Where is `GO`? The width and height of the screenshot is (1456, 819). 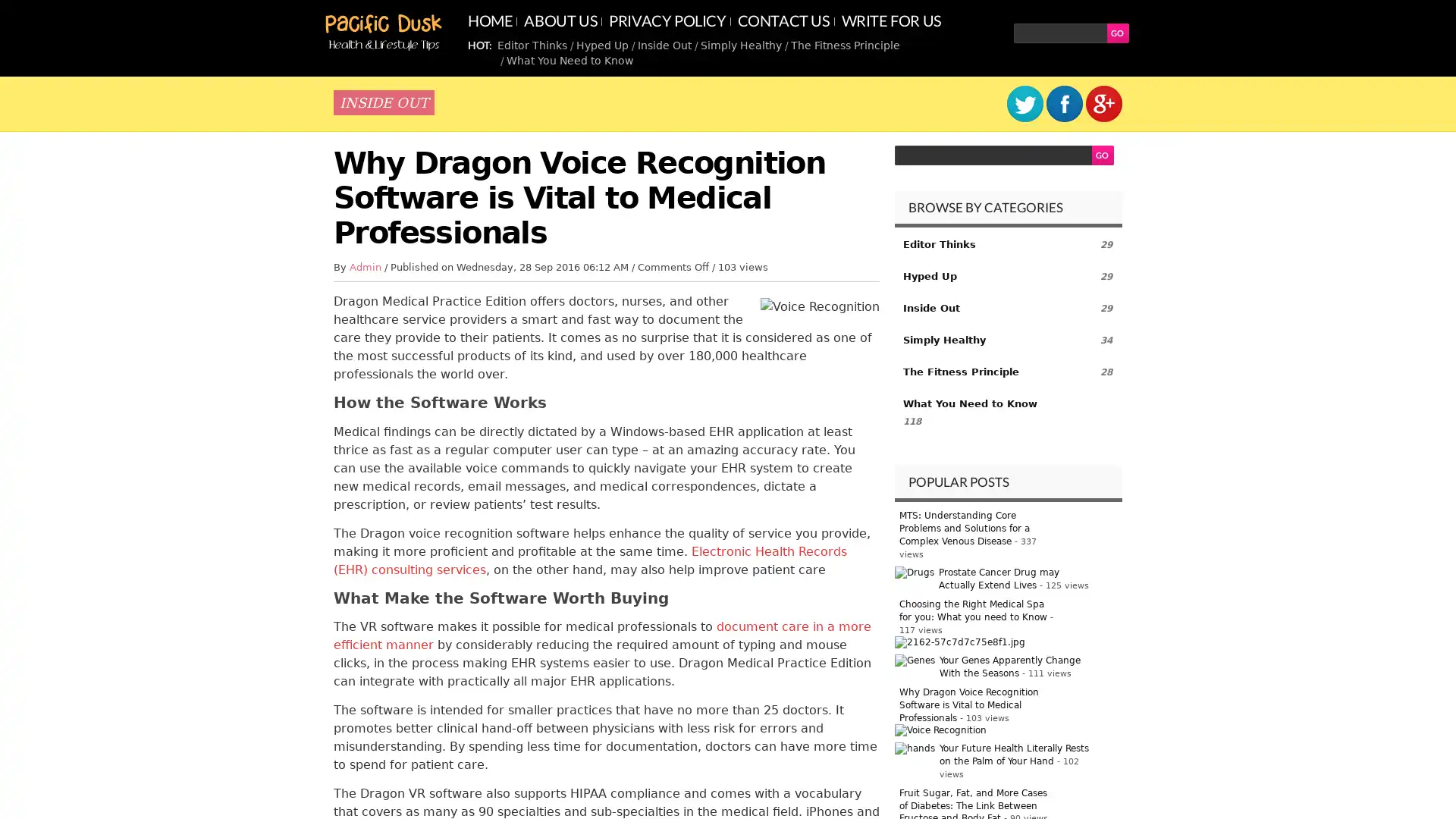 GO is located at coordinates (1103, 155).